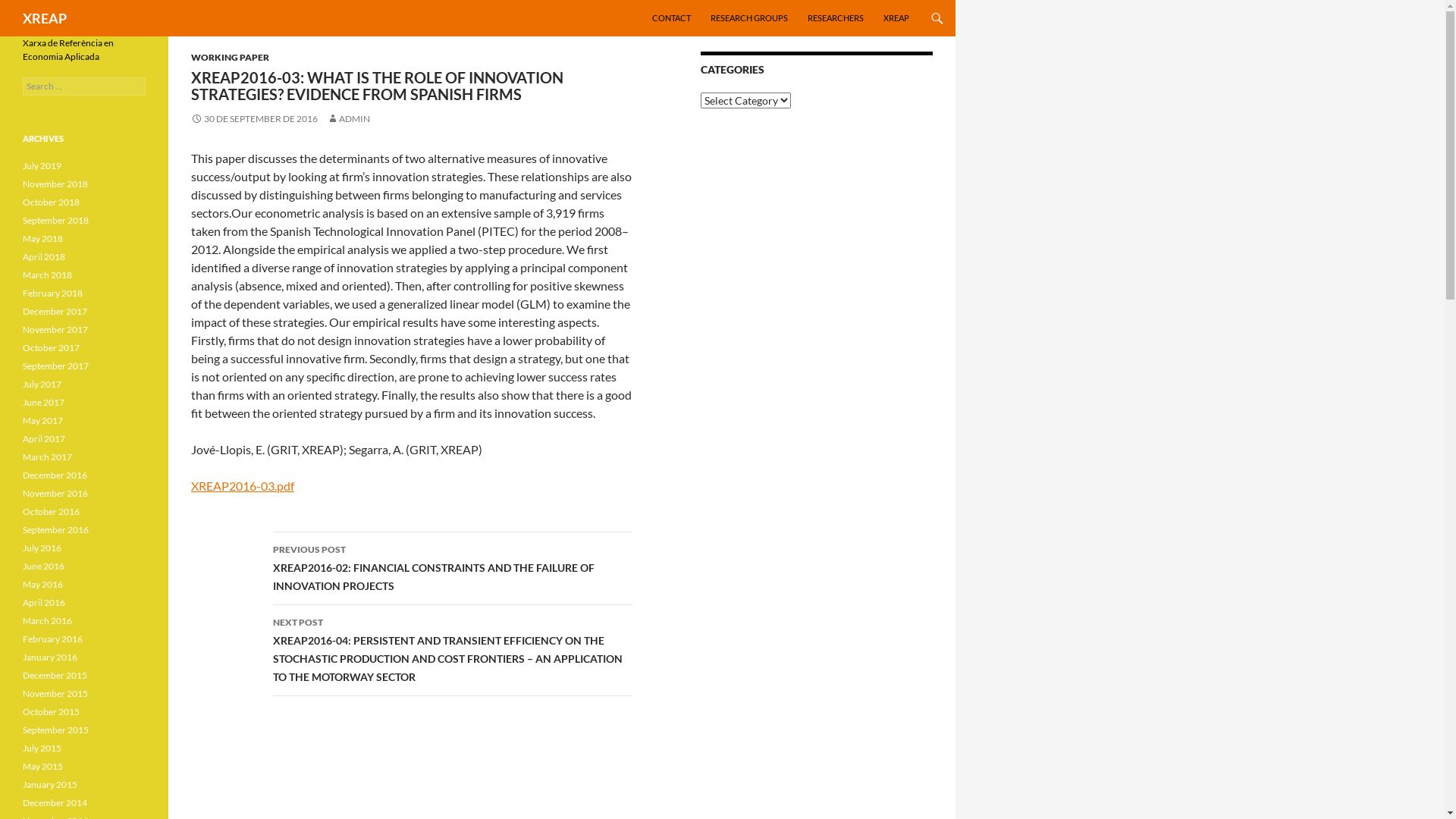 Image resolution: width=1456 pixels, height=819 pixels. Describe the element at coordinates (47, 275) in the screenshot. I see `'March 2018'` at that location.